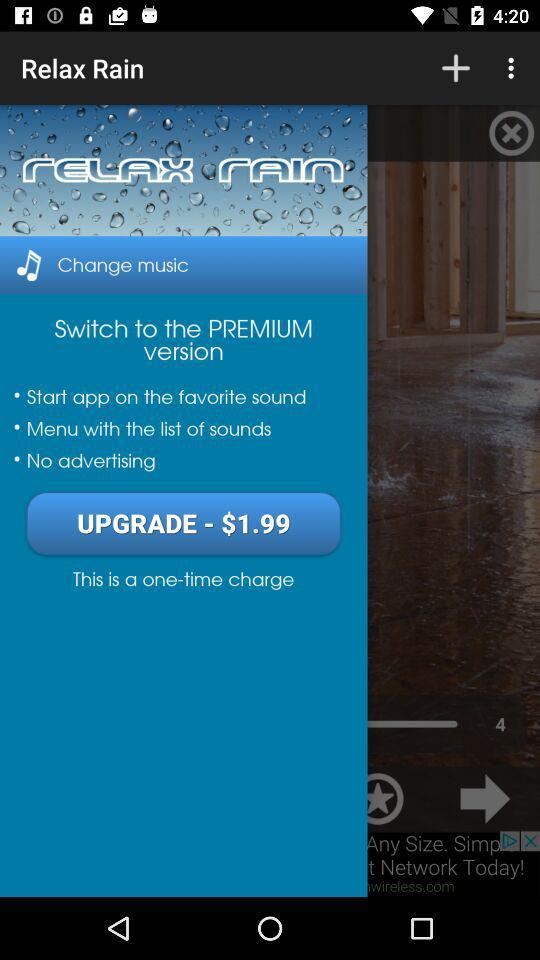 The height and width of the screenshot is (960, 540). I want to click on the star icon, so click(377, 798).